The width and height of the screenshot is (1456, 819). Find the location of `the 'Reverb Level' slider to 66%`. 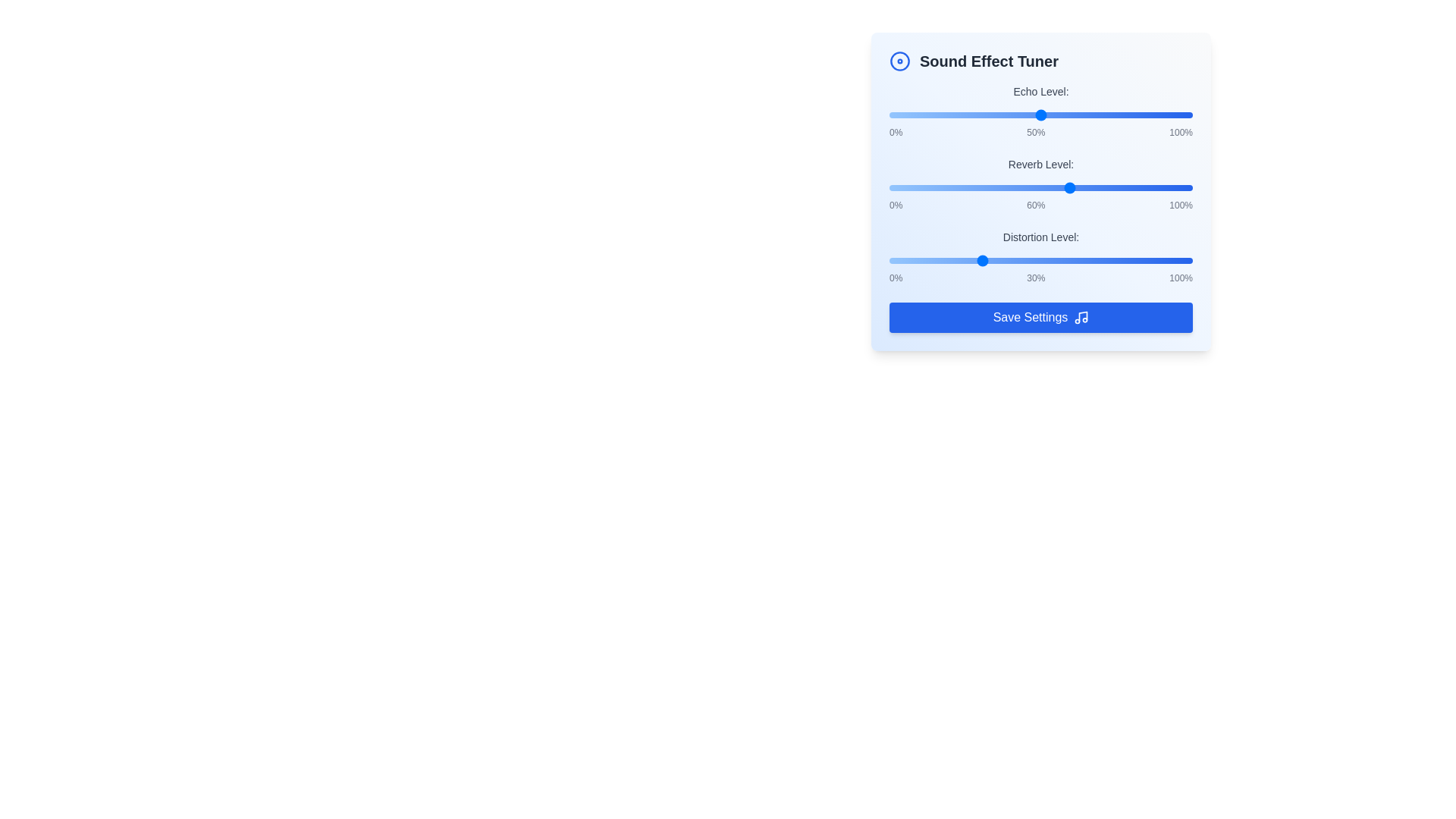

the 'Reverb Level' slider to 66% is located at coordinates (1088, 187).